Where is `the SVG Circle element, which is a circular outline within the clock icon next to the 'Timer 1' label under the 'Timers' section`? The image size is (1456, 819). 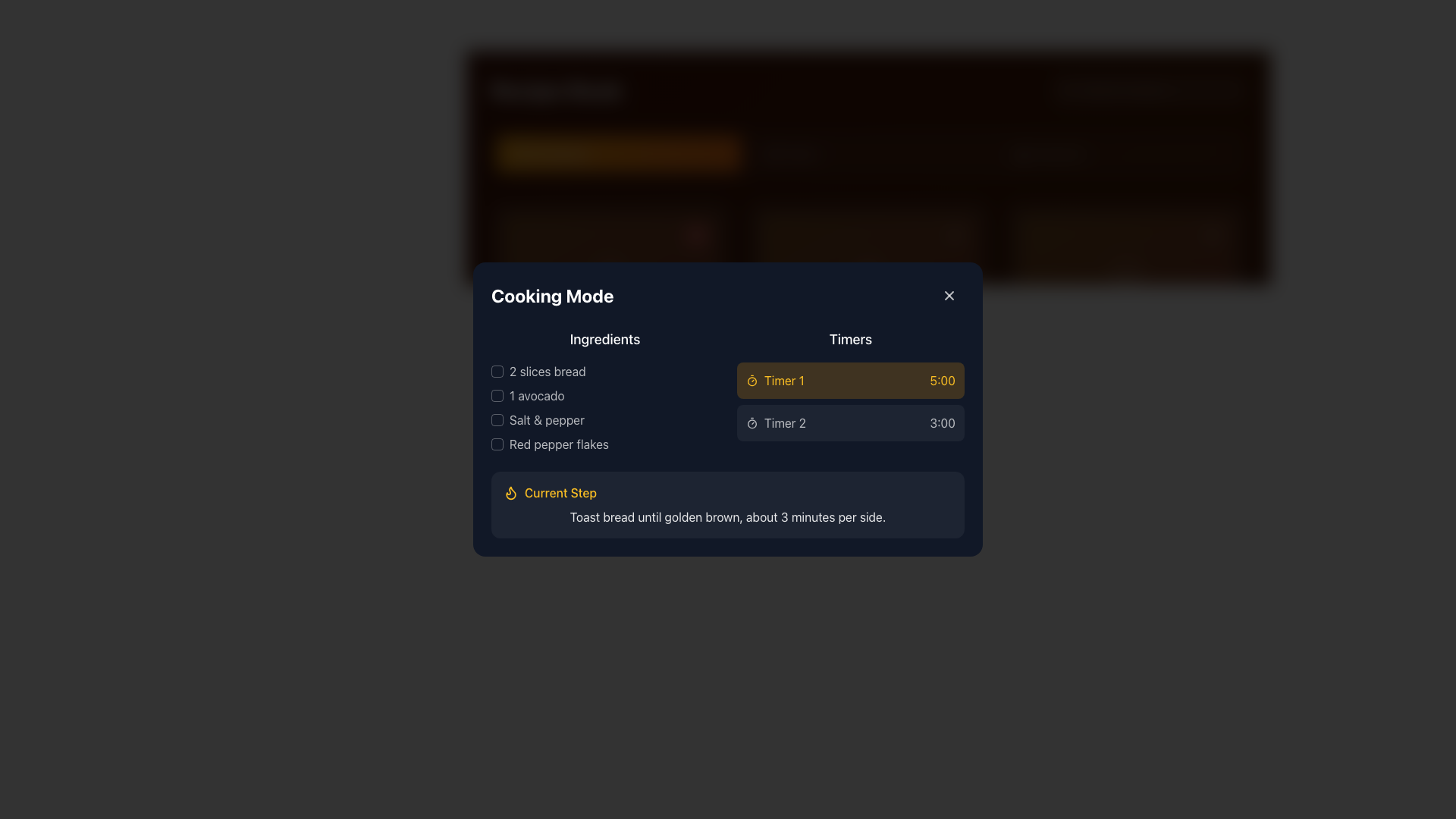 the SVG Circle element, which is a circular outline within the clock icon next to the 'Timer 1' label under the 'Timers' section is located at coordinates (509, 382).